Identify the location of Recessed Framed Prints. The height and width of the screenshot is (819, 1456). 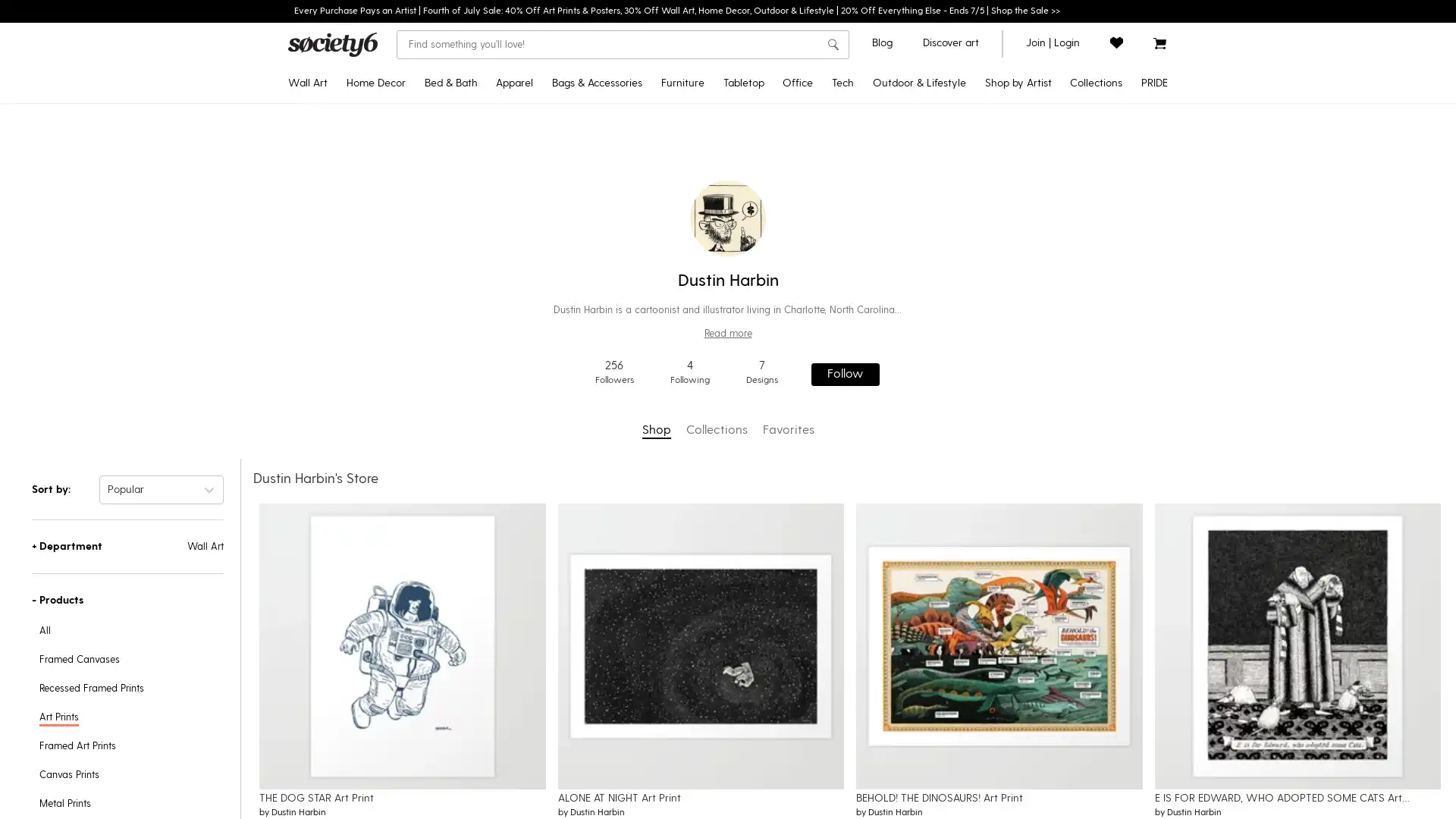
(356, 170).